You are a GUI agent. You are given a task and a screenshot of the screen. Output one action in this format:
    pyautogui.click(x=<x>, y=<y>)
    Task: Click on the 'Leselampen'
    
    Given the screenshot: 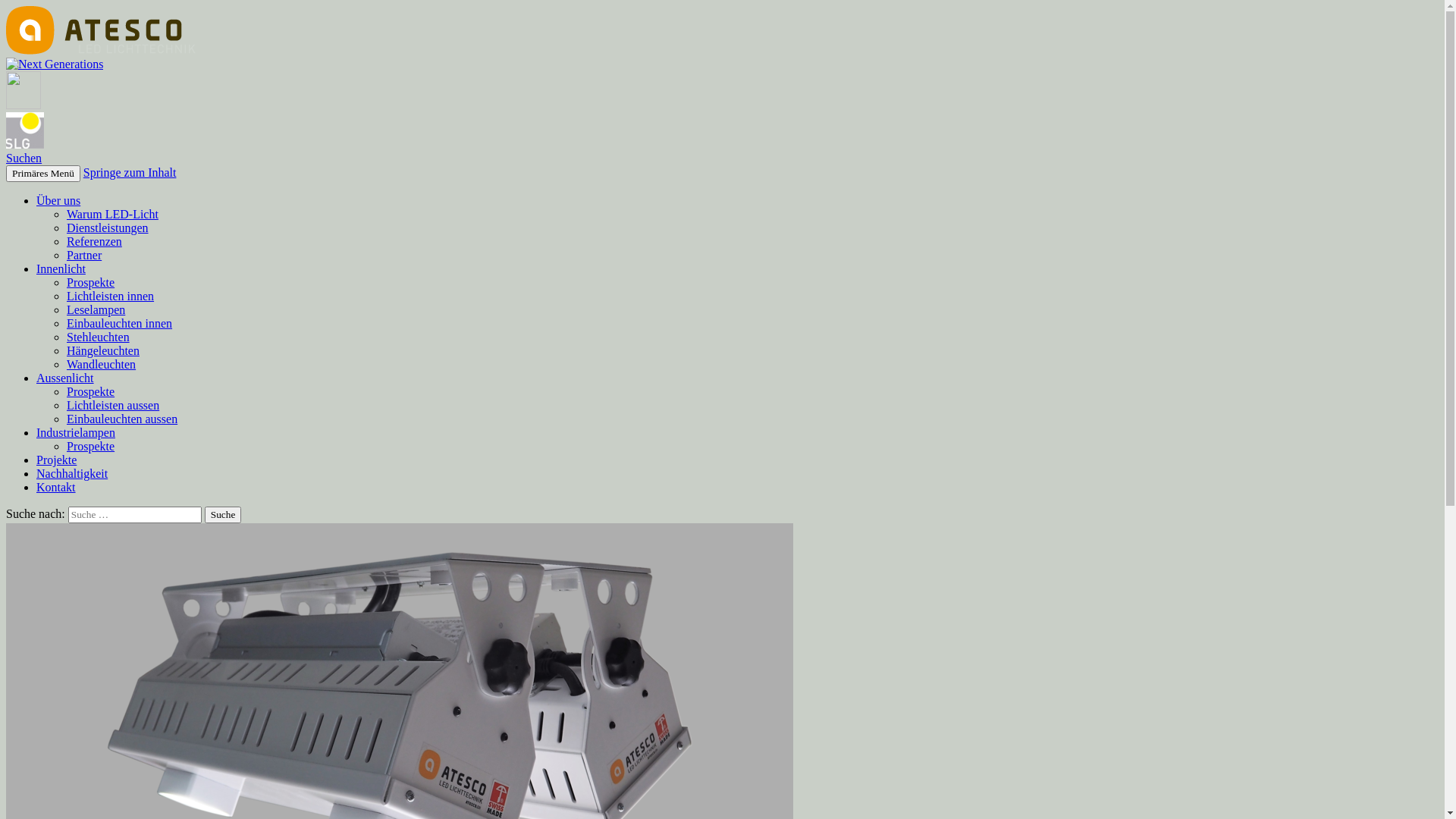 What is the action you would take?
    pyautogui.click(x=95, y=309)
    